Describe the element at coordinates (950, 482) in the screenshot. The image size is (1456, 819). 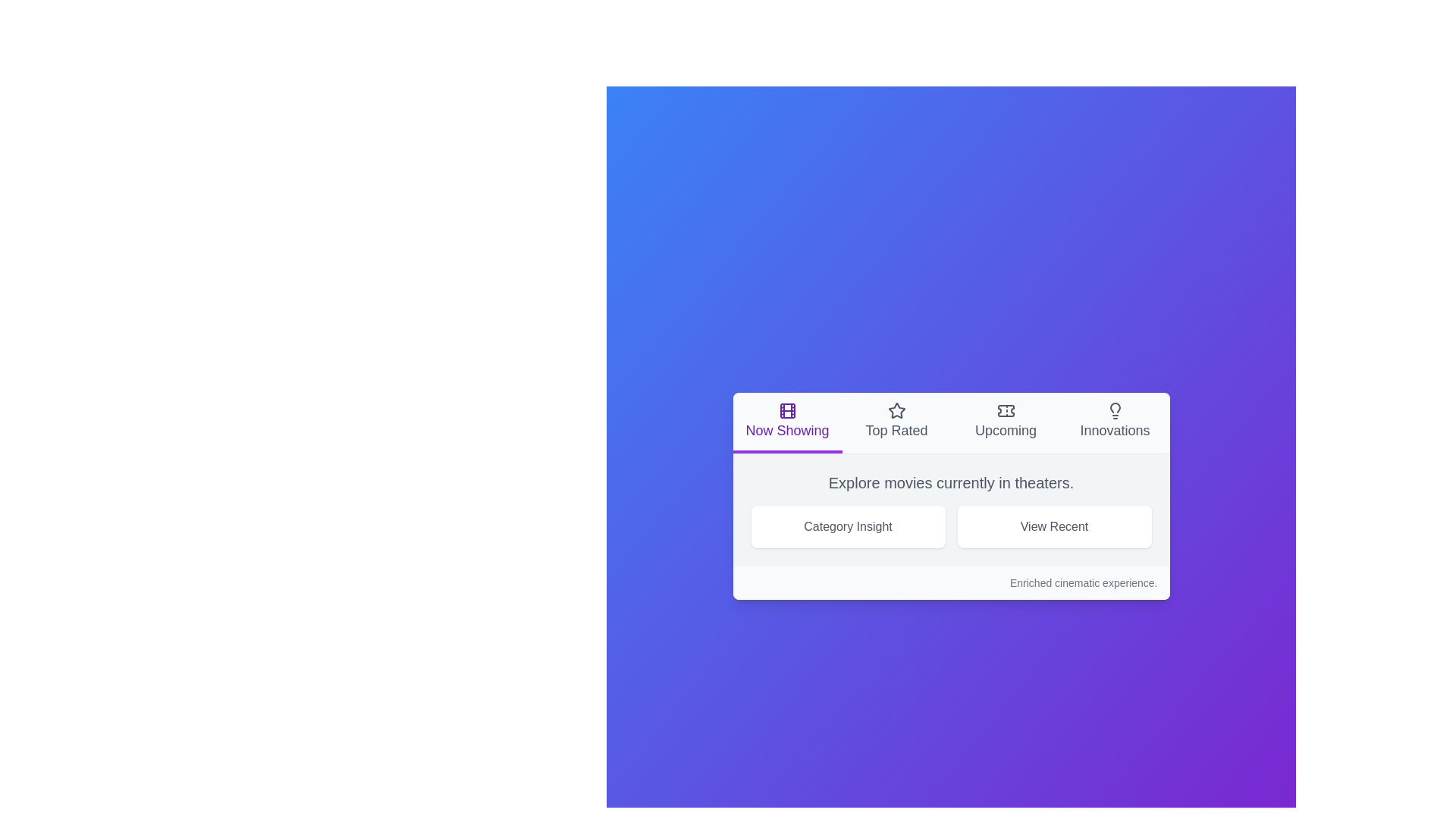
I see `the Text label located at the top-middle section of the panel, which serves as a descriptive header above the 'Category Insight' and 'View Recent' buttons` at that location.